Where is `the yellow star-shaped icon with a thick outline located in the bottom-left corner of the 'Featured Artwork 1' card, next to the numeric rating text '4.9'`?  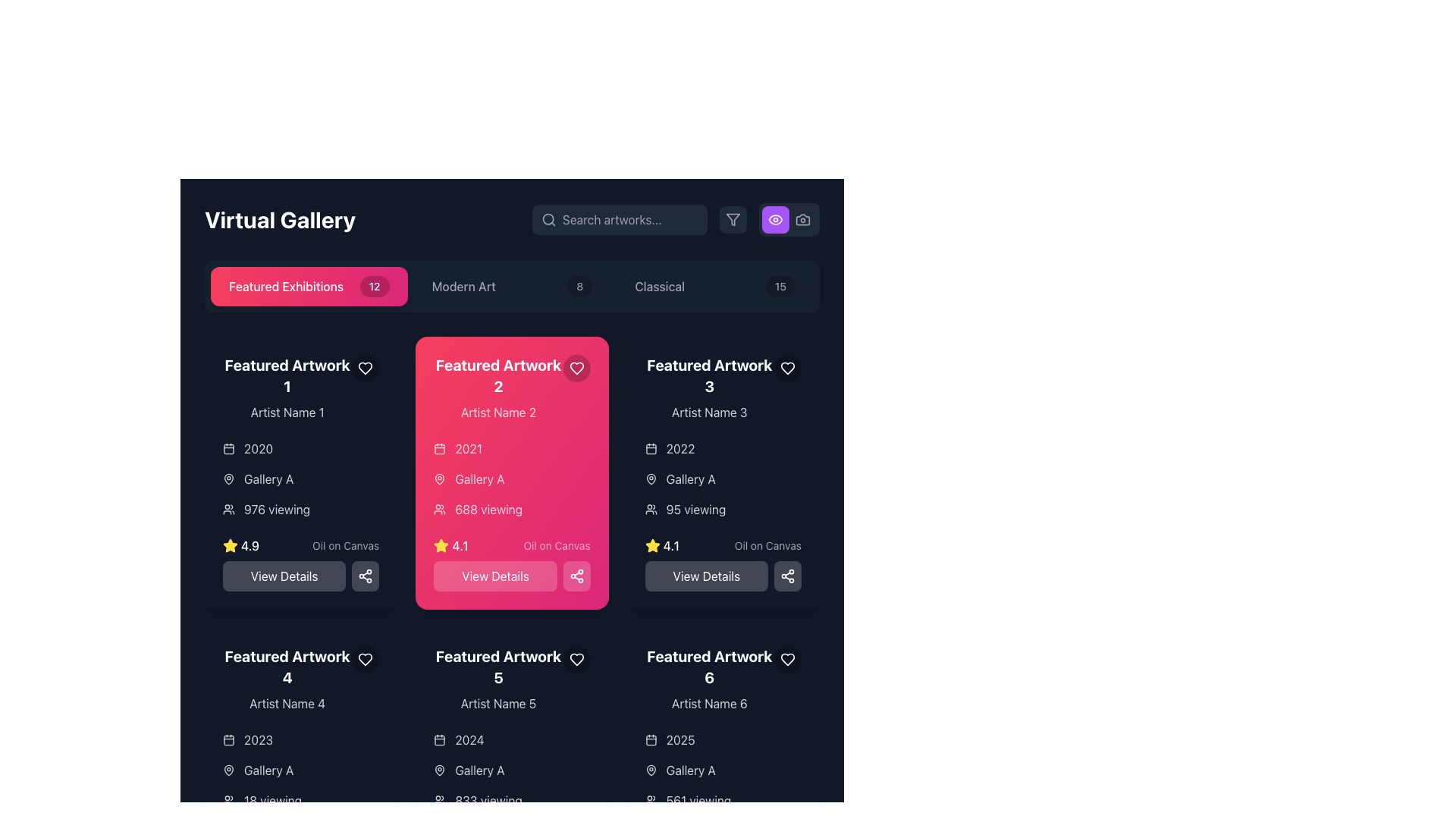
the yellow star-shaped icon with a thick outline located in the bottom-left corner of the 'Featured Artwork 1' card, next to the numeric rating text '4.9' is located at coordinates (229, 546).